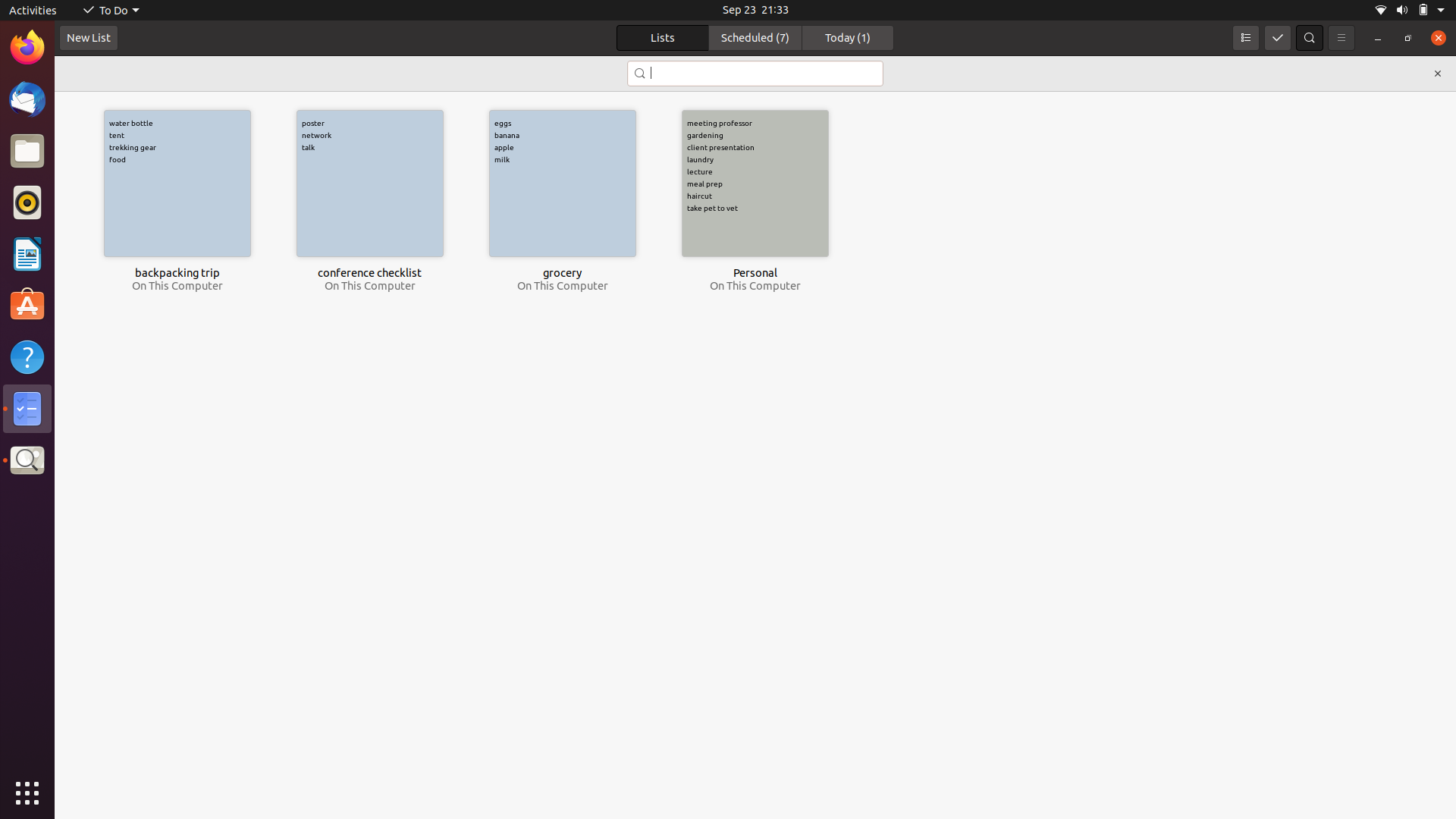 The image size is (1456, 819). Describe the element at coordinates (755, 37) in the screenshot. I see `the "Scheduled" tab` at that location.